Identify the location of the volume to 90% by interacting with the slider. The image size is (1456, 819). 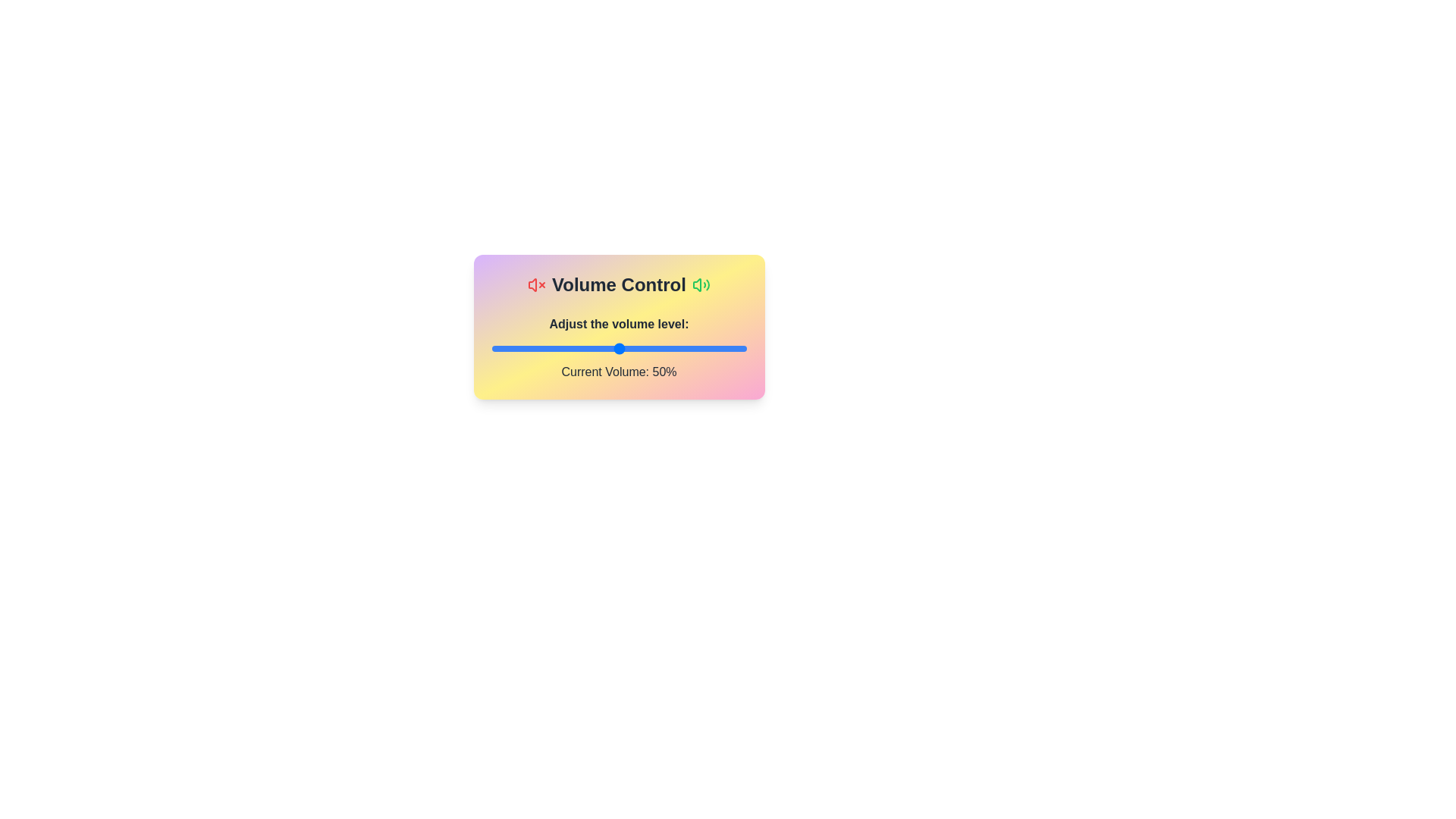
(720, 348).